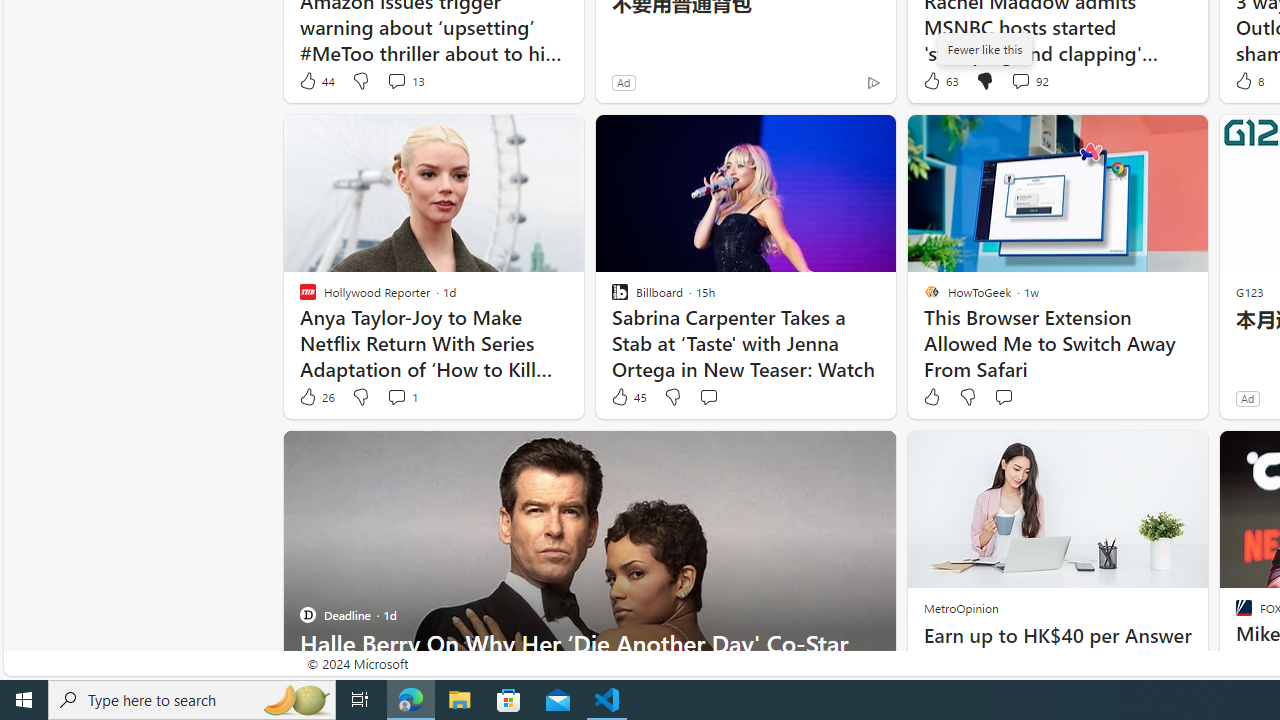  What do you see at coordinates (835, 455) in the screenshot?
I see `'Hide this story'` at bounding box center [835, 455].